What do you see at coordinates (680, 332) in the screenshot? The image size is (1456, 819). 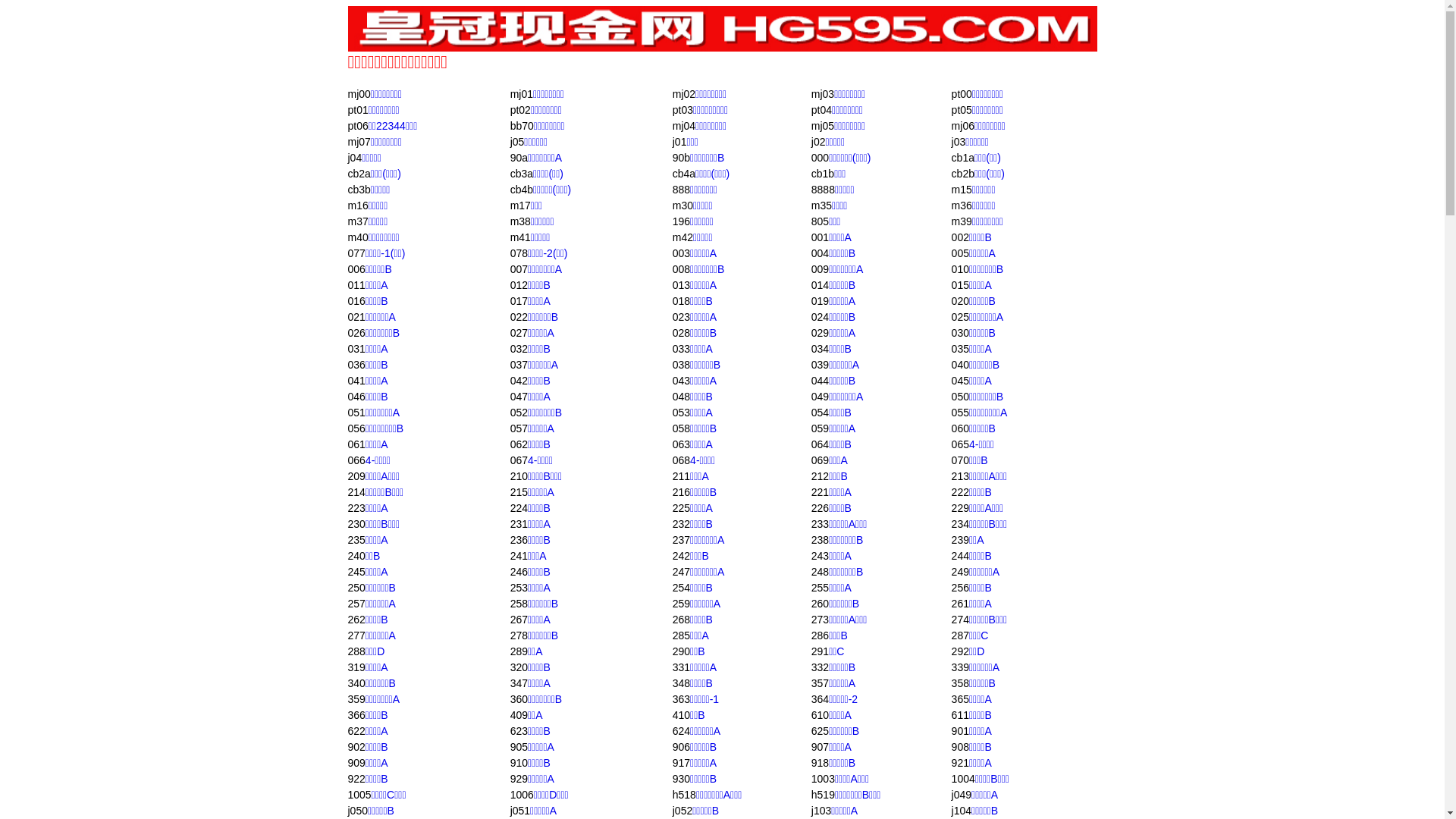 I see `'028'` at bounding box center [680, 332].